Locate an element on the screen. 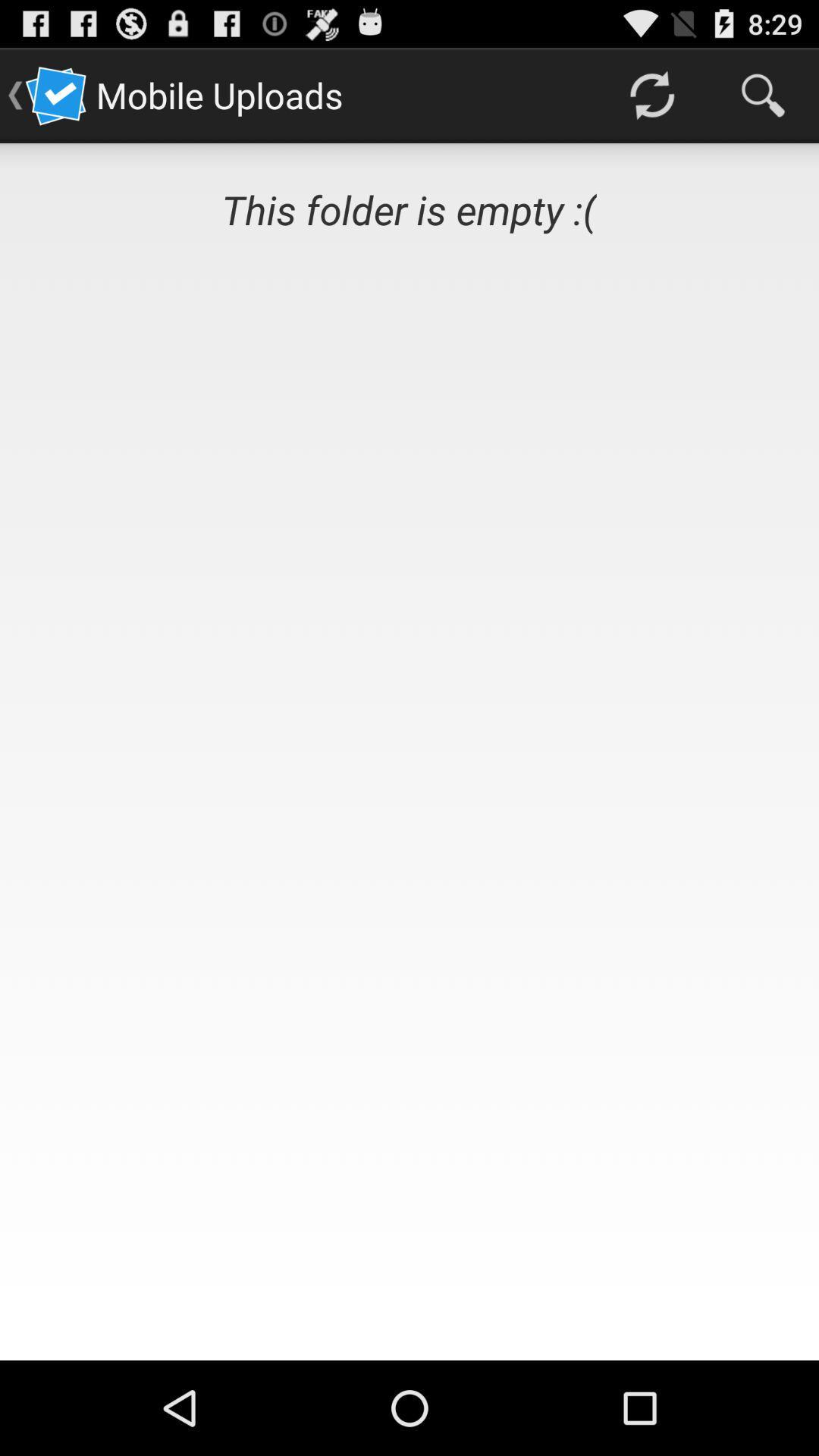  item to the right of the mobile uploads app is located at coordinates (651, 94).